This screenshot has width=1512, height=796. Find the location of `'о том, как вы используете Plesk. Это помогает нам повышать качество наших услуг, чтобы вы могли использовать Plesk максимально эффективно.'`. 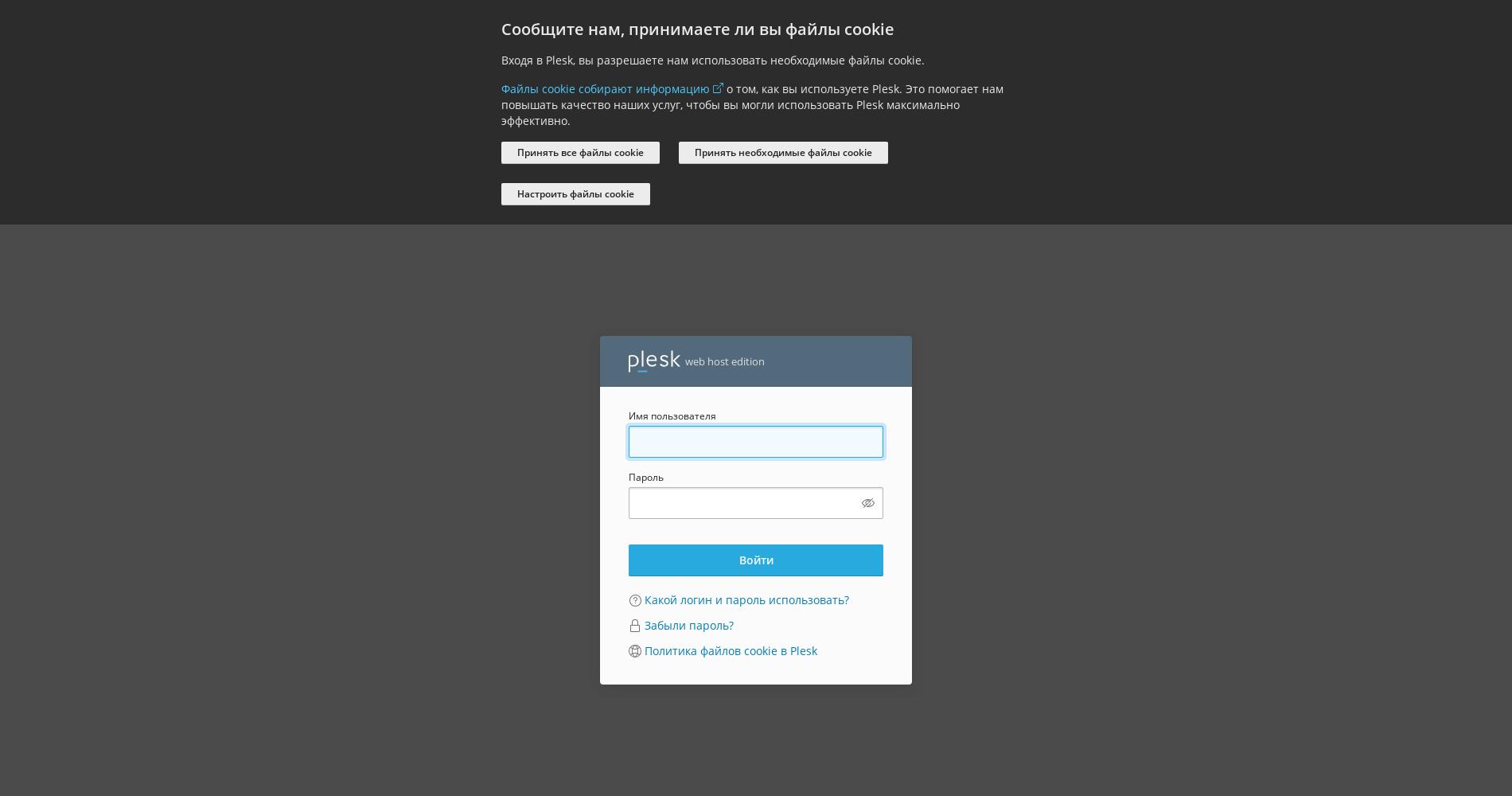

'о том, как вы используете Plesk. Это помогает нам повышать качество наших услуг, чтобы вы могли использовать Plesk максимально эффективно.' is located at coordinates (751, 104).